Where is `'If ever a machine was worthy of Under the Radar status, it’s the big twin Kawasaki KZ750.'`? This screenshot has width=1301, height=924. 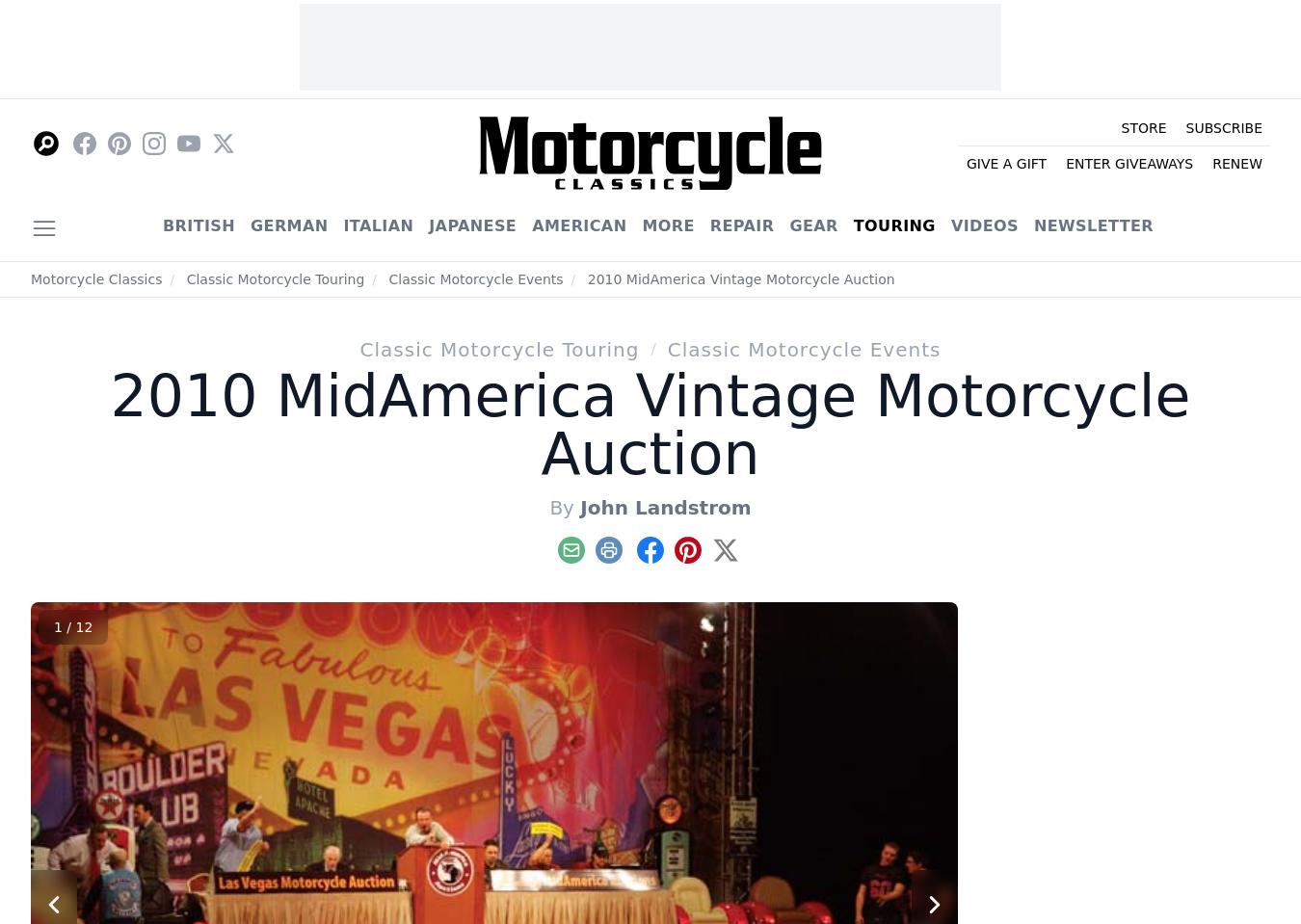 'If ever a machine was worthy of Under the Radar status, it’s the big twin Kawasaki KZ750.' is located at coordinates (1154, 490).